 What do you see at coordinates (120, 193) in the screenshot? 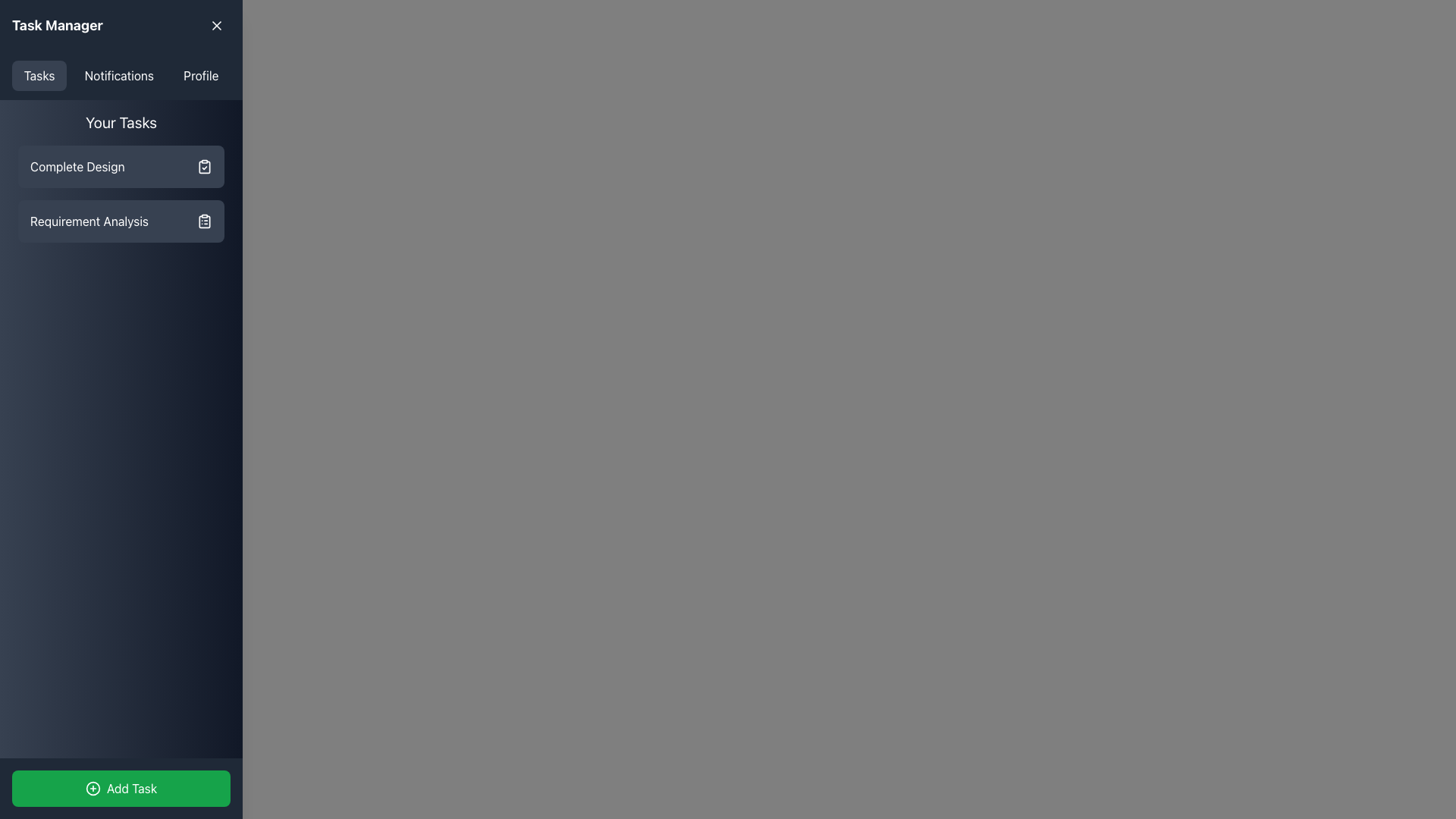
I see `the first task item in the 'Your Tasks' panel, which is positioned directly above 'Requirement Analysis'` at bounding box center [120, 193].